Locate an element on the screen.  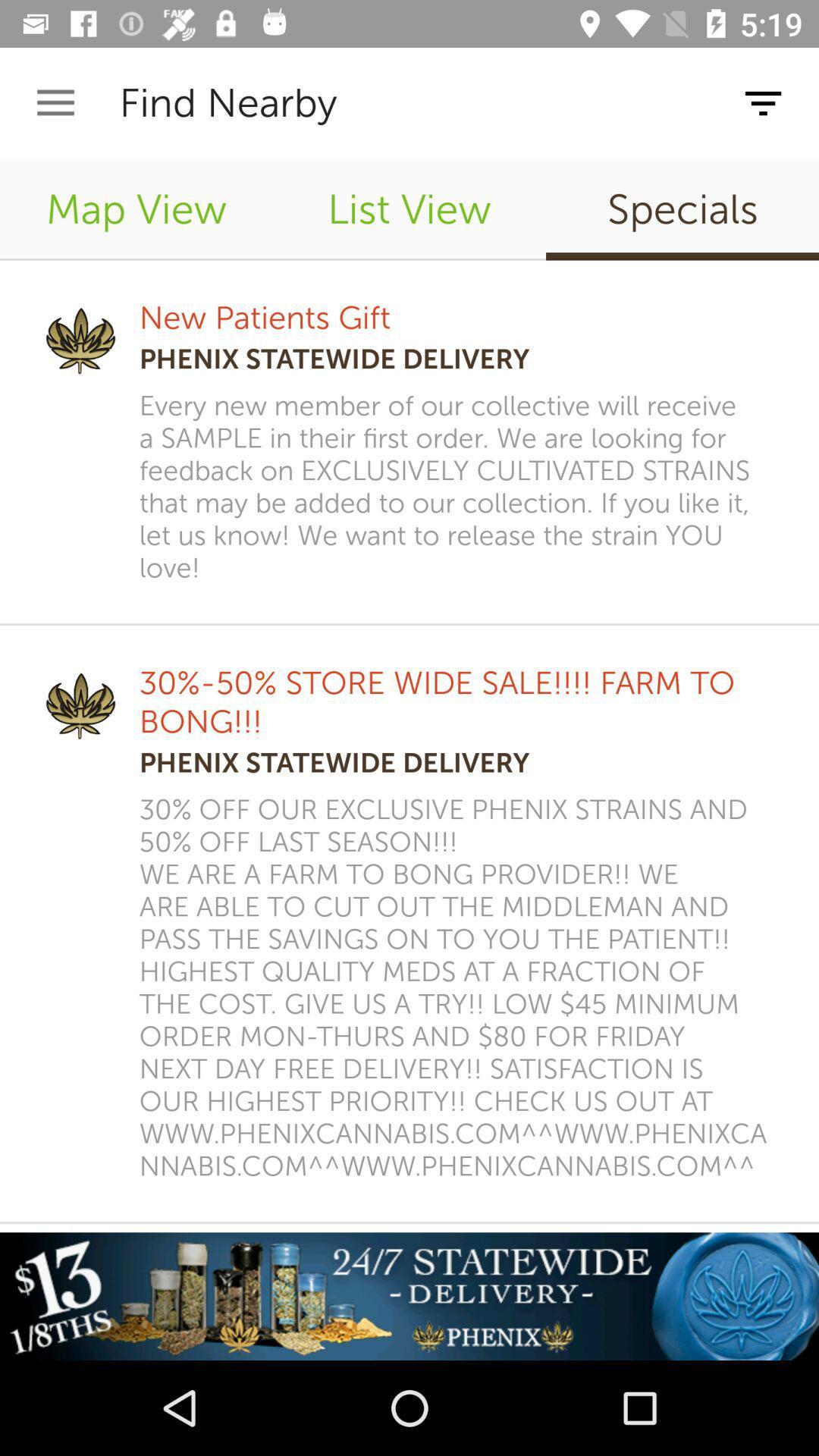
the icon to the right of list view item is located at coordinates (681, 209).